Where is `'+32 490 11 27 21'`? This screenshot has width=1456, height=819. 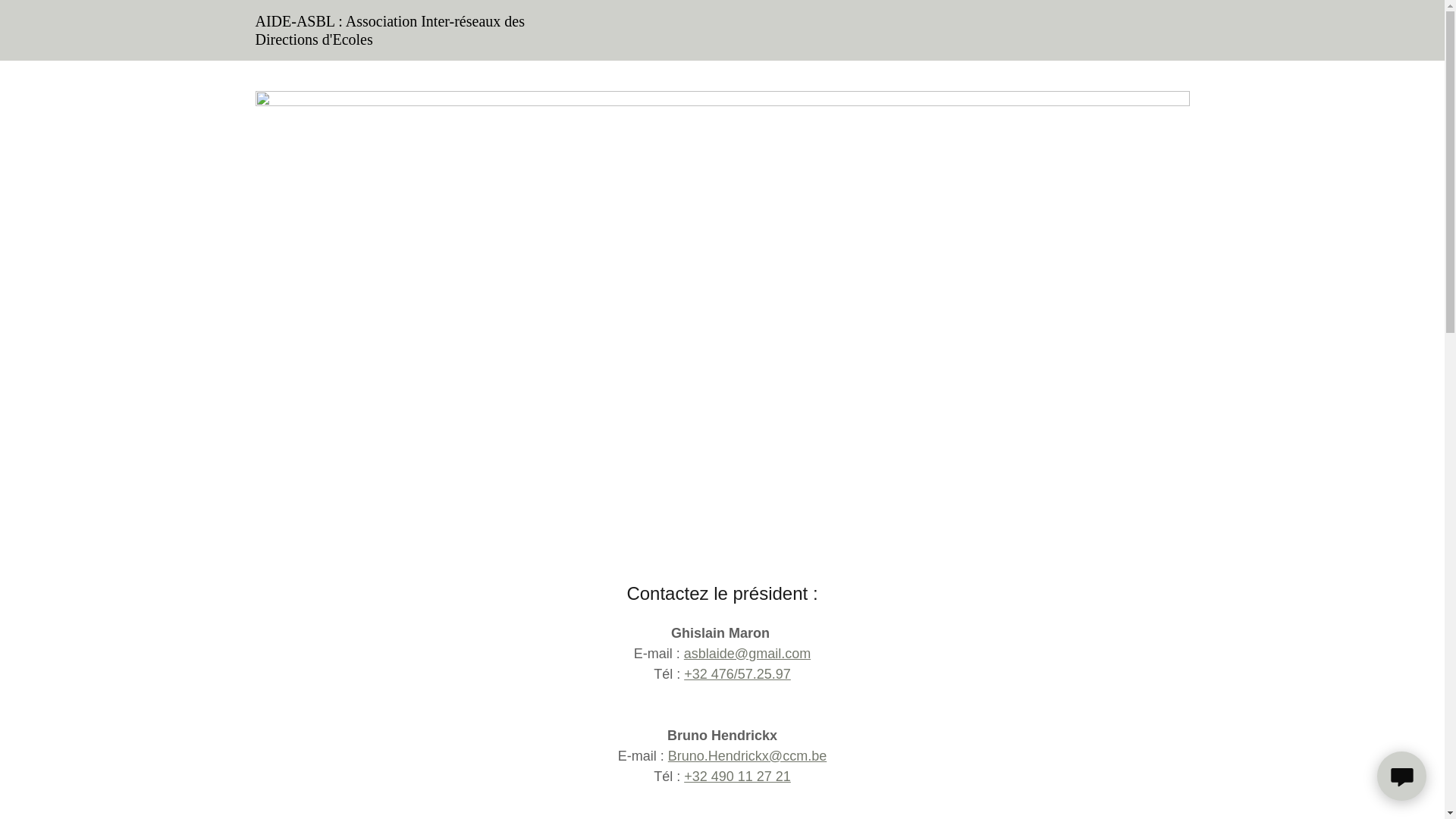 '+32 490 11 27 21' is located at coordinates (737, 776).